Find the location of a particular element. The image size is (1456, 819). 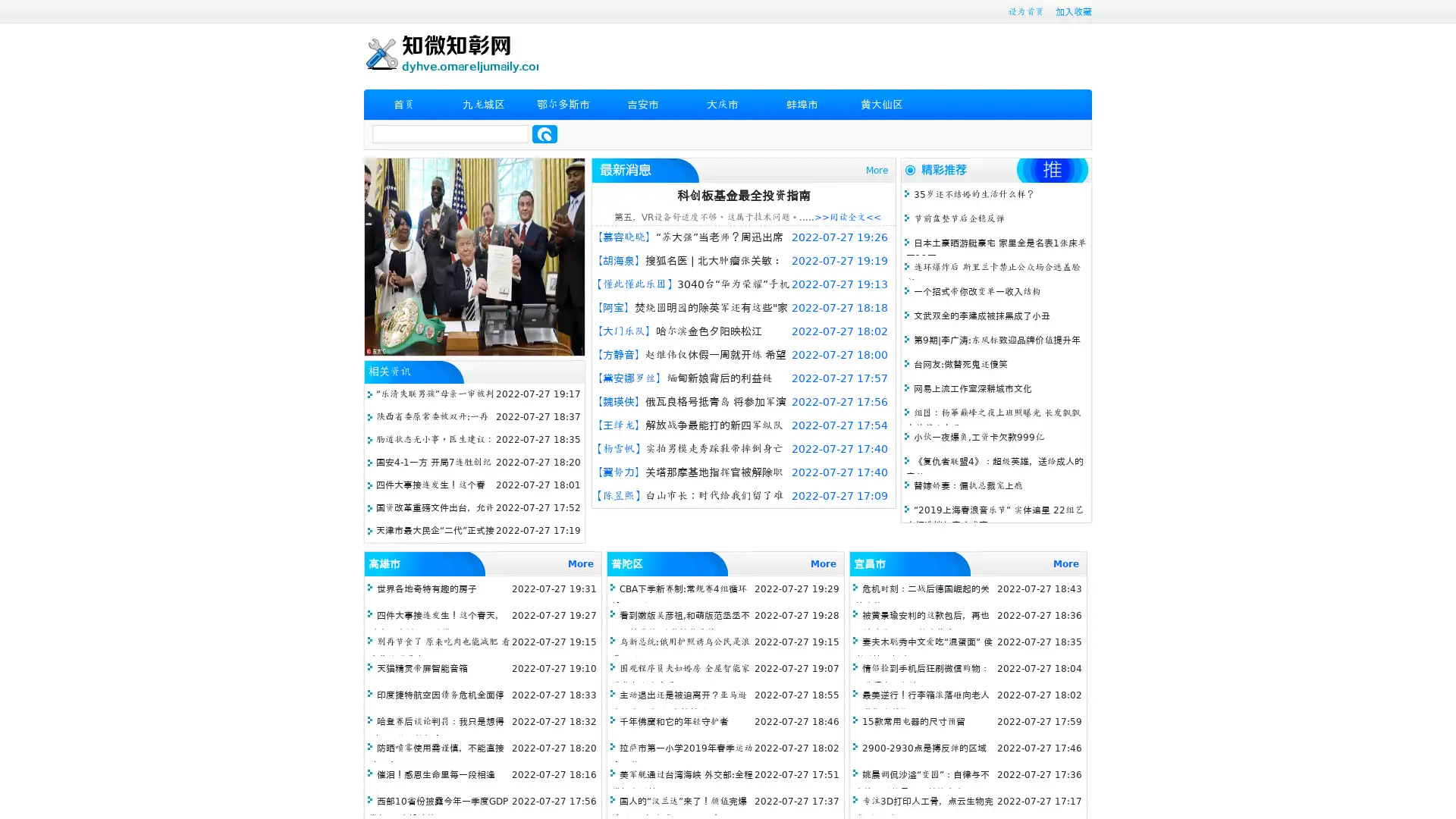

Search is located at coordinates (544, 133).